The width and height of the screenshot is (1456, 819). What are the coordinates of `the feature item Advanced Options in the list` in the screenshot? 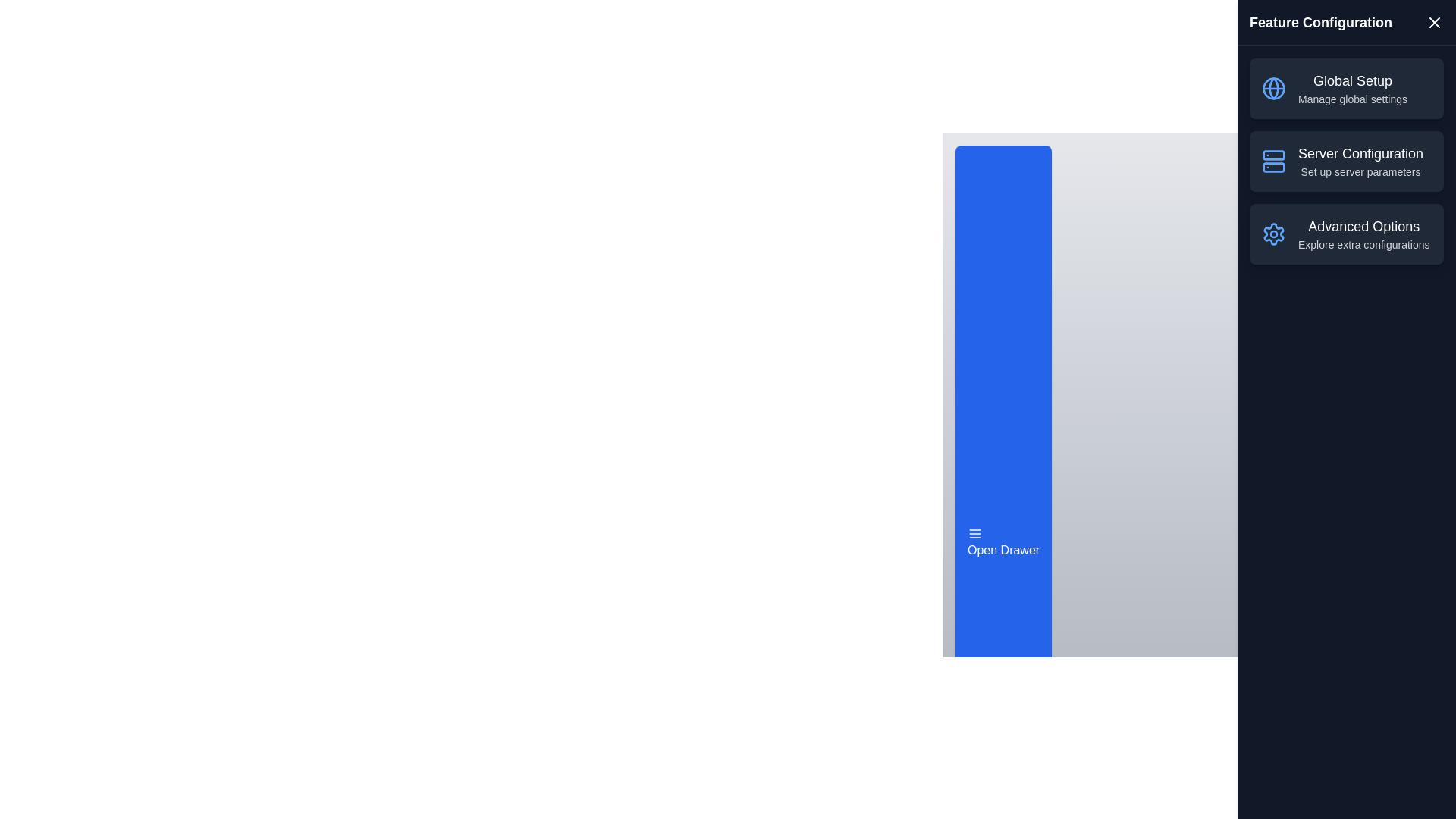 It's located at (1347, 234).